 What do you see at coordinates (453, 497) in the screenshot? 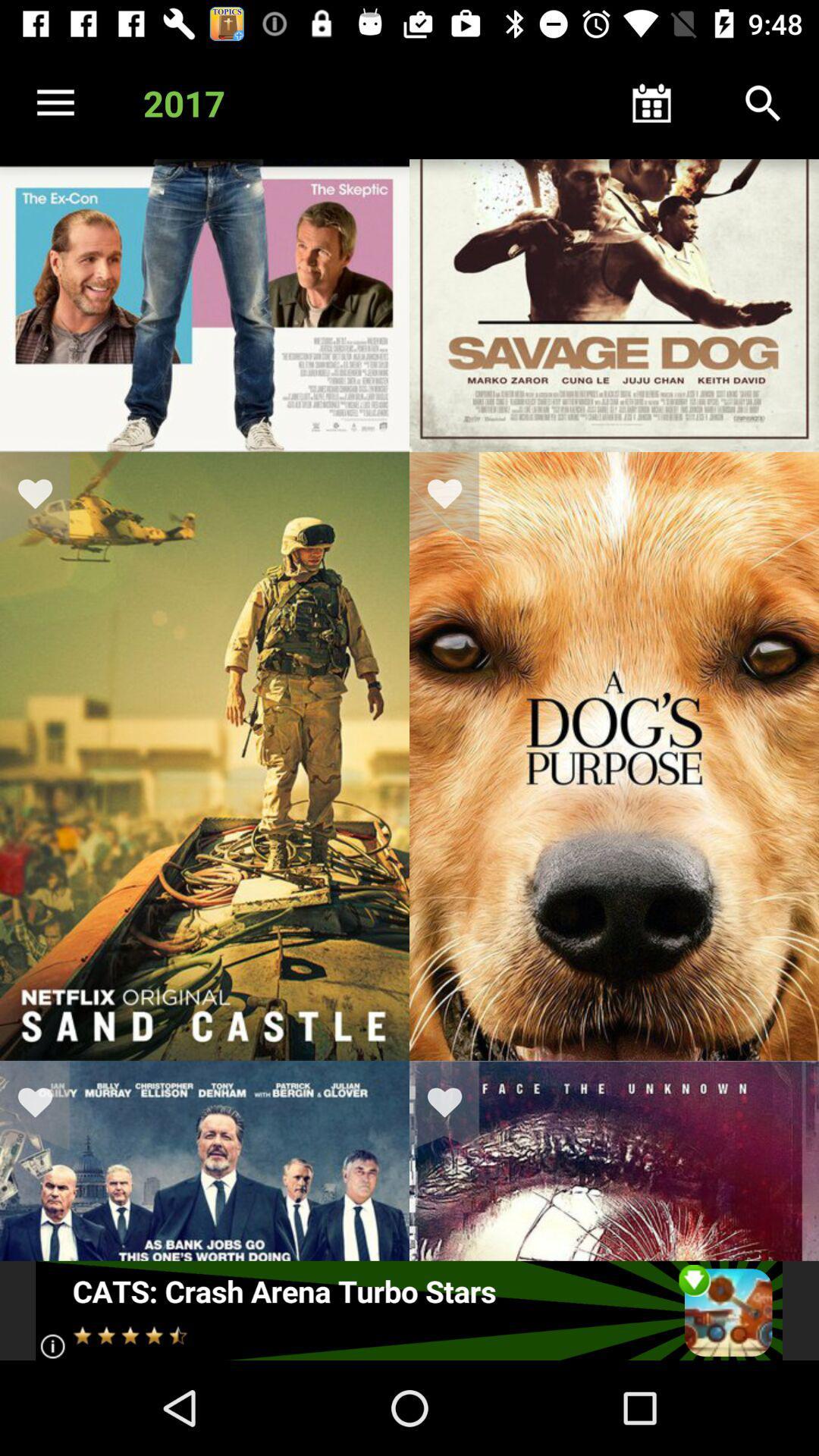
I see `to favorites` at bounding box center [453, 497].